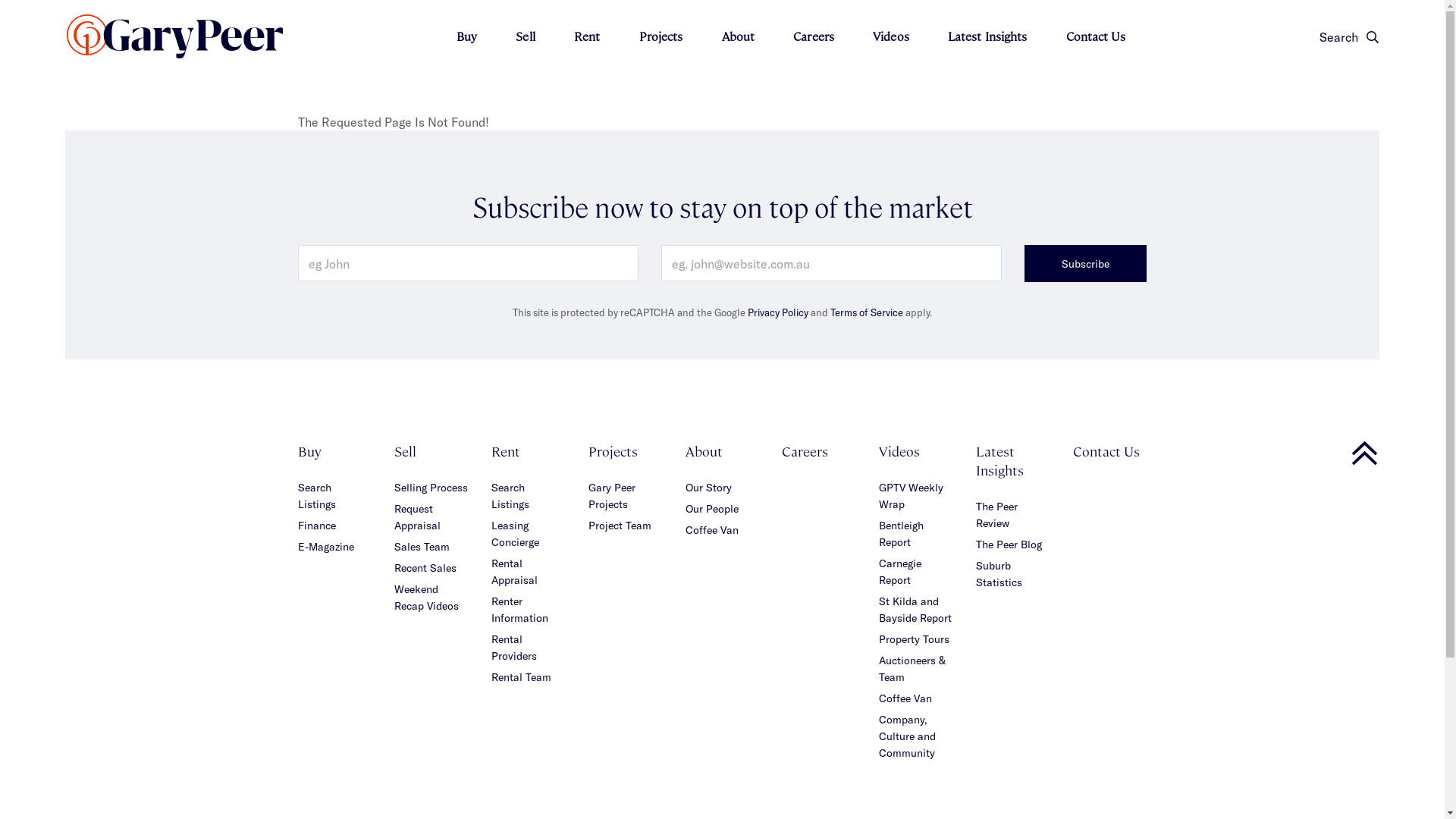 This screenshot has height=819, width=1456. Describe the element at coordinates (899, 571) in the screenshot. I see `'Carnegie Report'` at that location.